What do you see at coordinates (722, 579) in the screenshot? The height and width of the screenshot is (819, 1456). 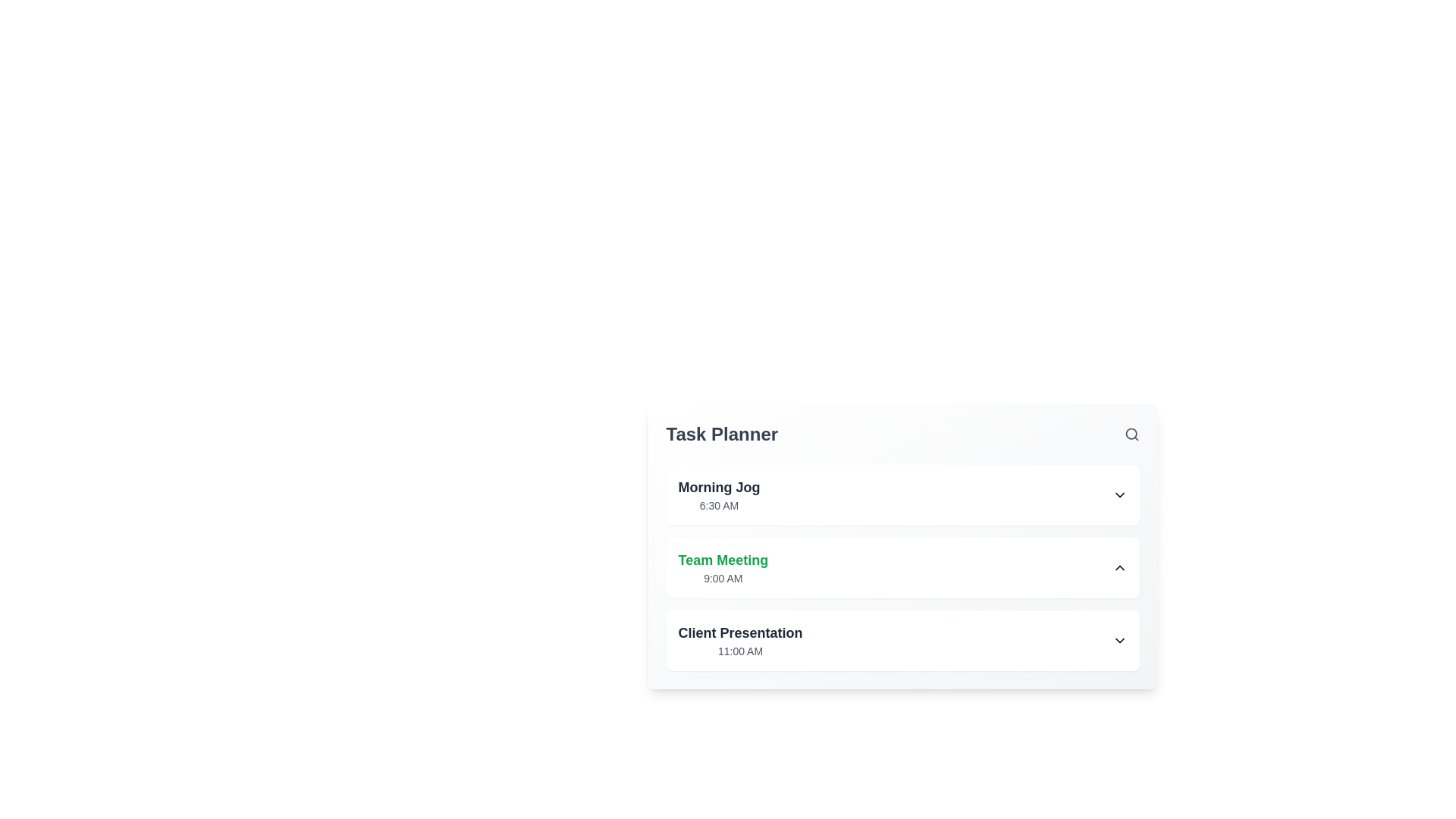 I see `the text label displaying '9:00 AM', which is located below the bold green text 'Team Meeting' in the task scheduling interface` at bounding box center [722, 579].